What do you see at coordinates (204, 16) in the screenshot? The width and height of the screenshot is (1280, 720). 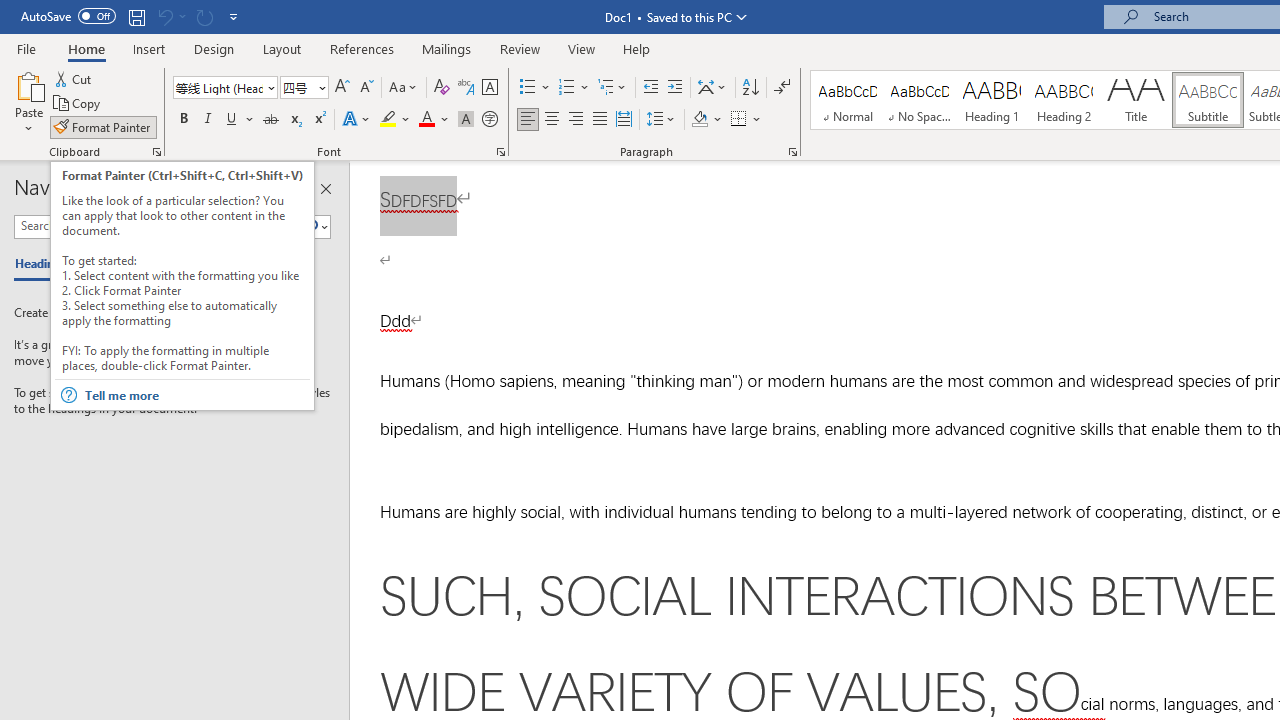 I see `'Can'` at bounding box center [204, 16].